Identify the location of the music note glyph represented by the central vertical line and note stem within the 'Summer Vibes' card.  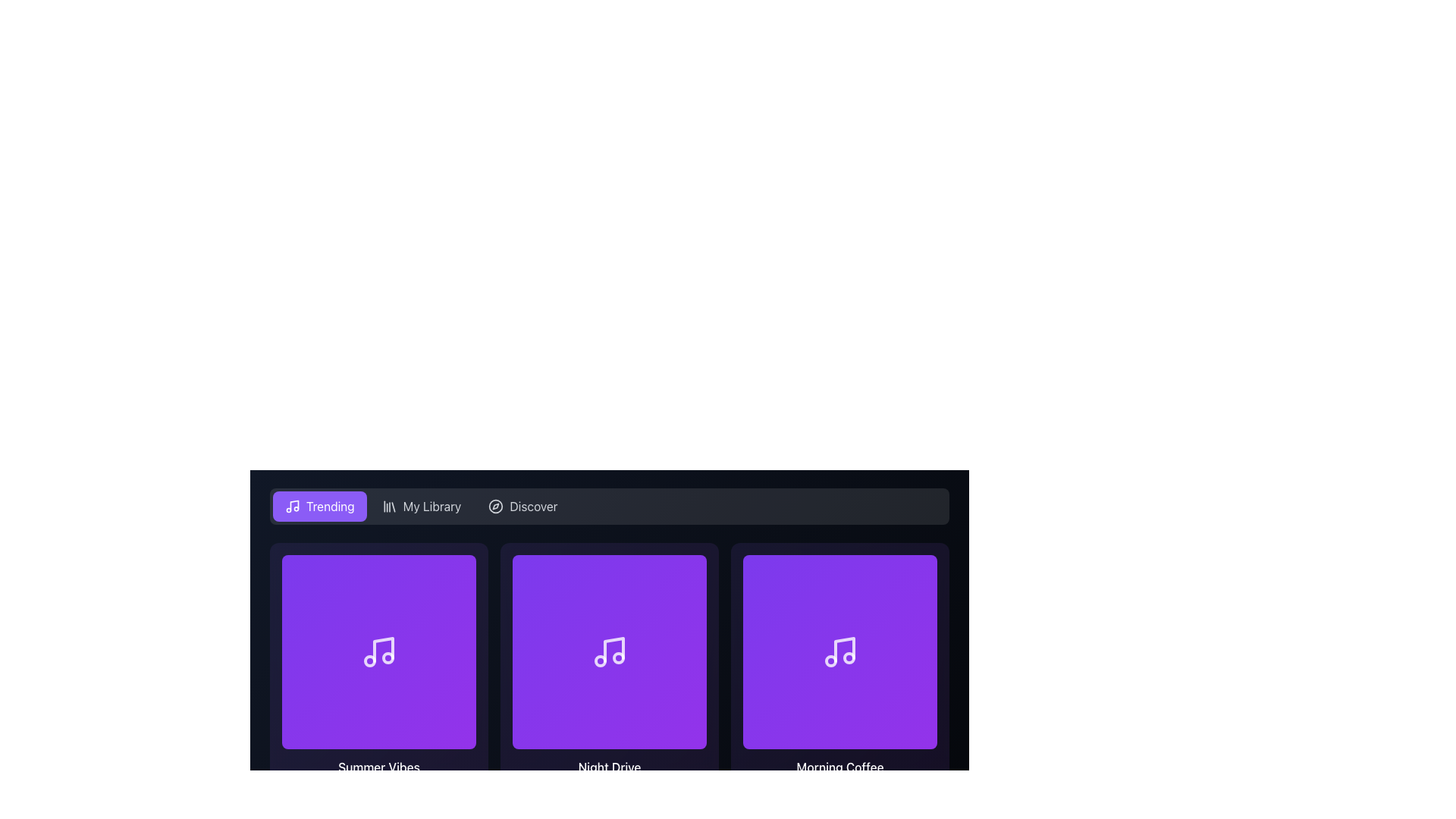
(383, 648).